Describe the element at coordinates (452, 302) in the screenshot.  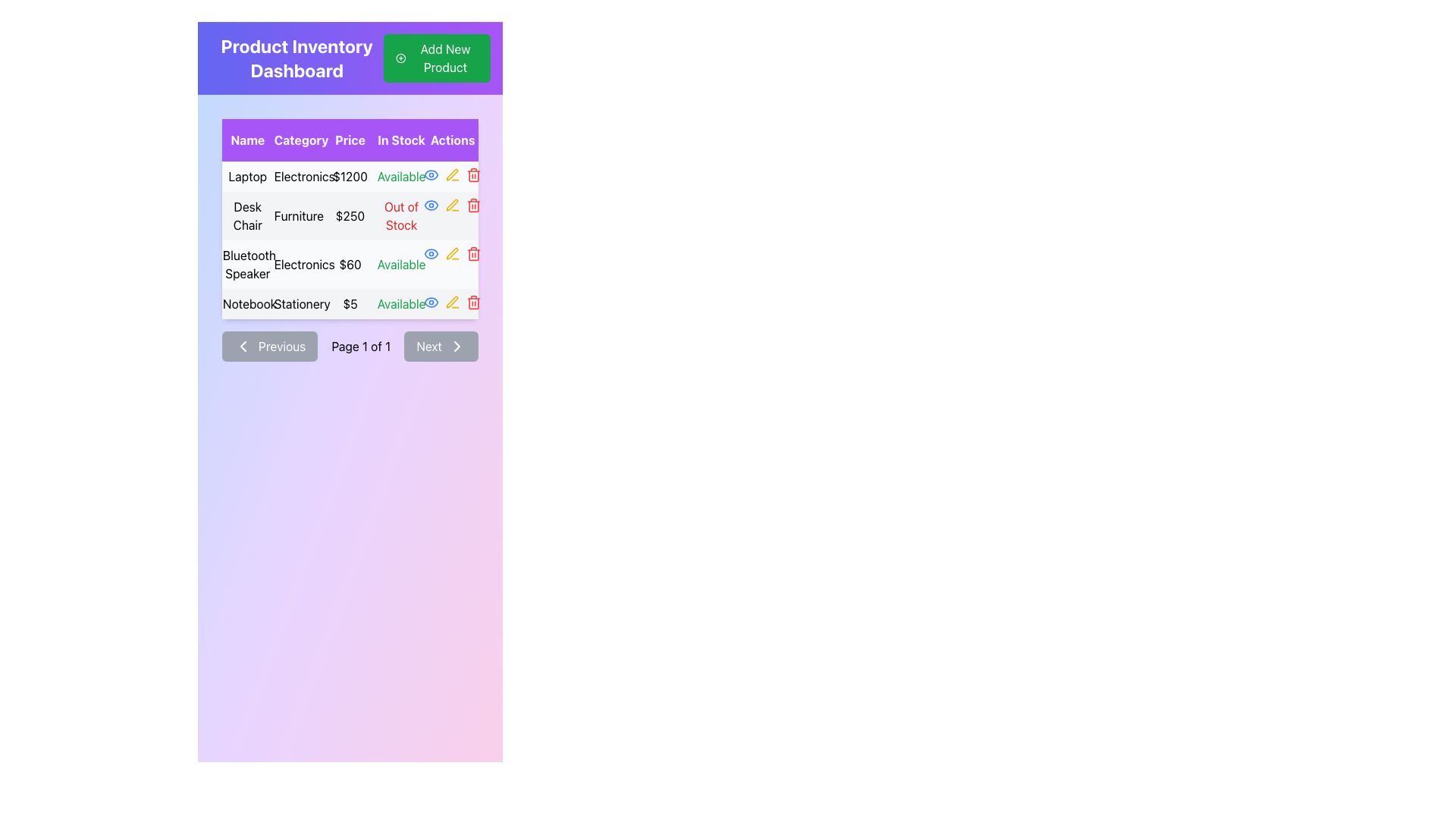
I see `the edit button located in the 'Actions' column of the last row of the table, which is the third icon in that row` at that location.